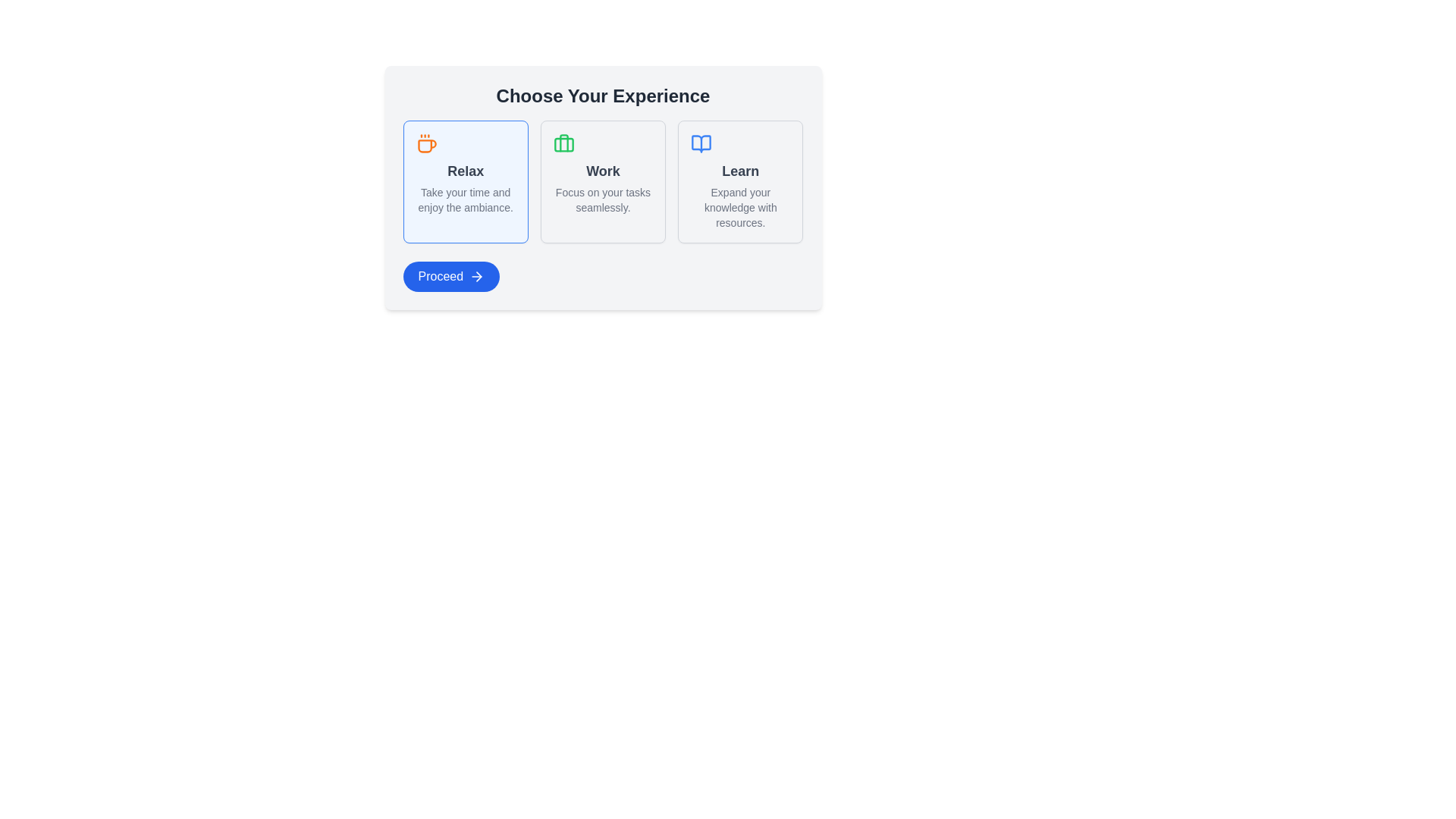 Image resolution: width=1456 pixels, height=819 pixels. Describe the element at coordinates (701, 143) in the screenshot. I see `the 'Learn' icon, which represents a feature for accessing knowledge or resources, located in the third box of the icon options` at that location.